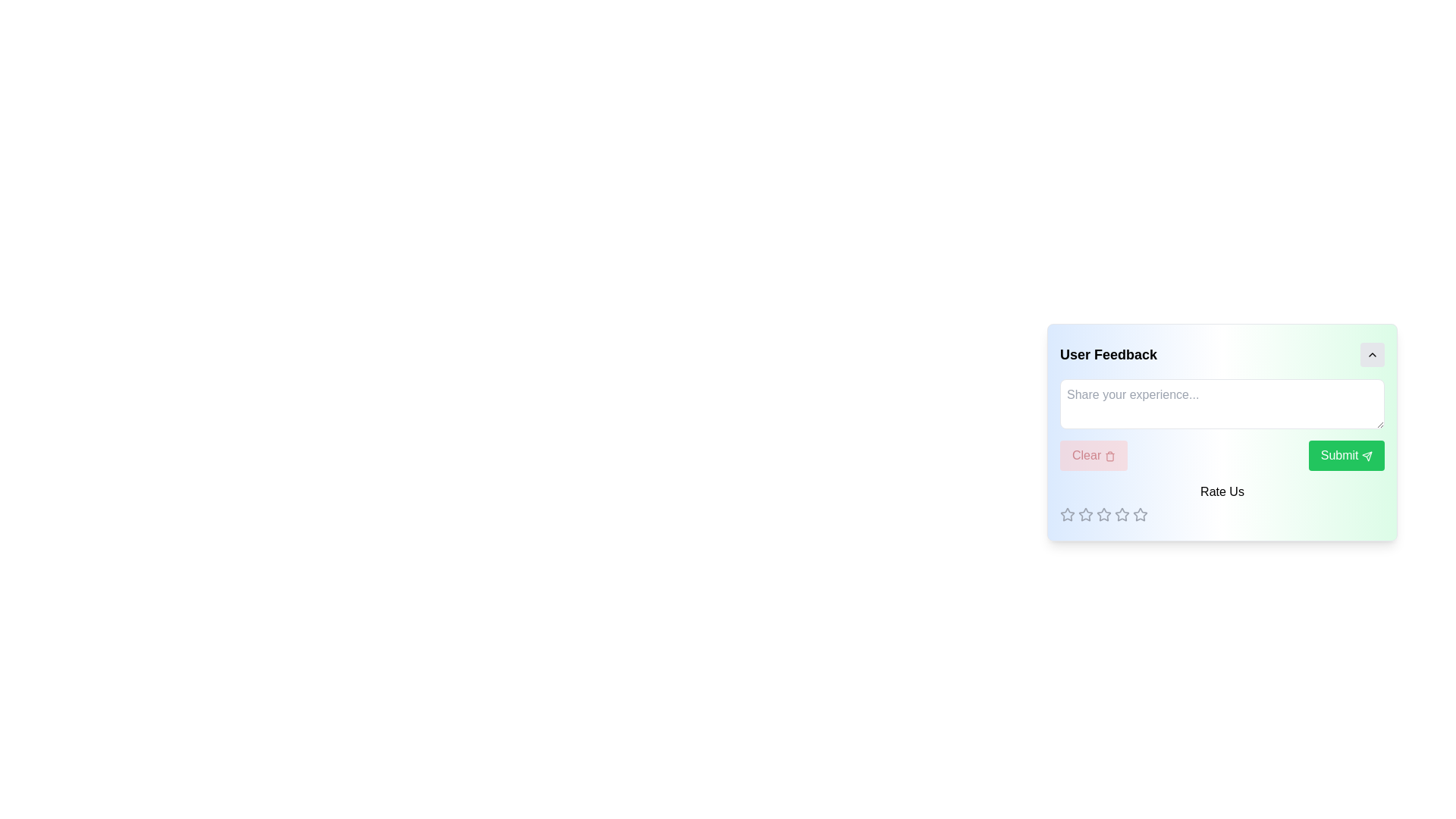 The width and height of the screenshot is (1456, 819). I want to click on the first outlined star icon in the rating system, so click(1066, 513).